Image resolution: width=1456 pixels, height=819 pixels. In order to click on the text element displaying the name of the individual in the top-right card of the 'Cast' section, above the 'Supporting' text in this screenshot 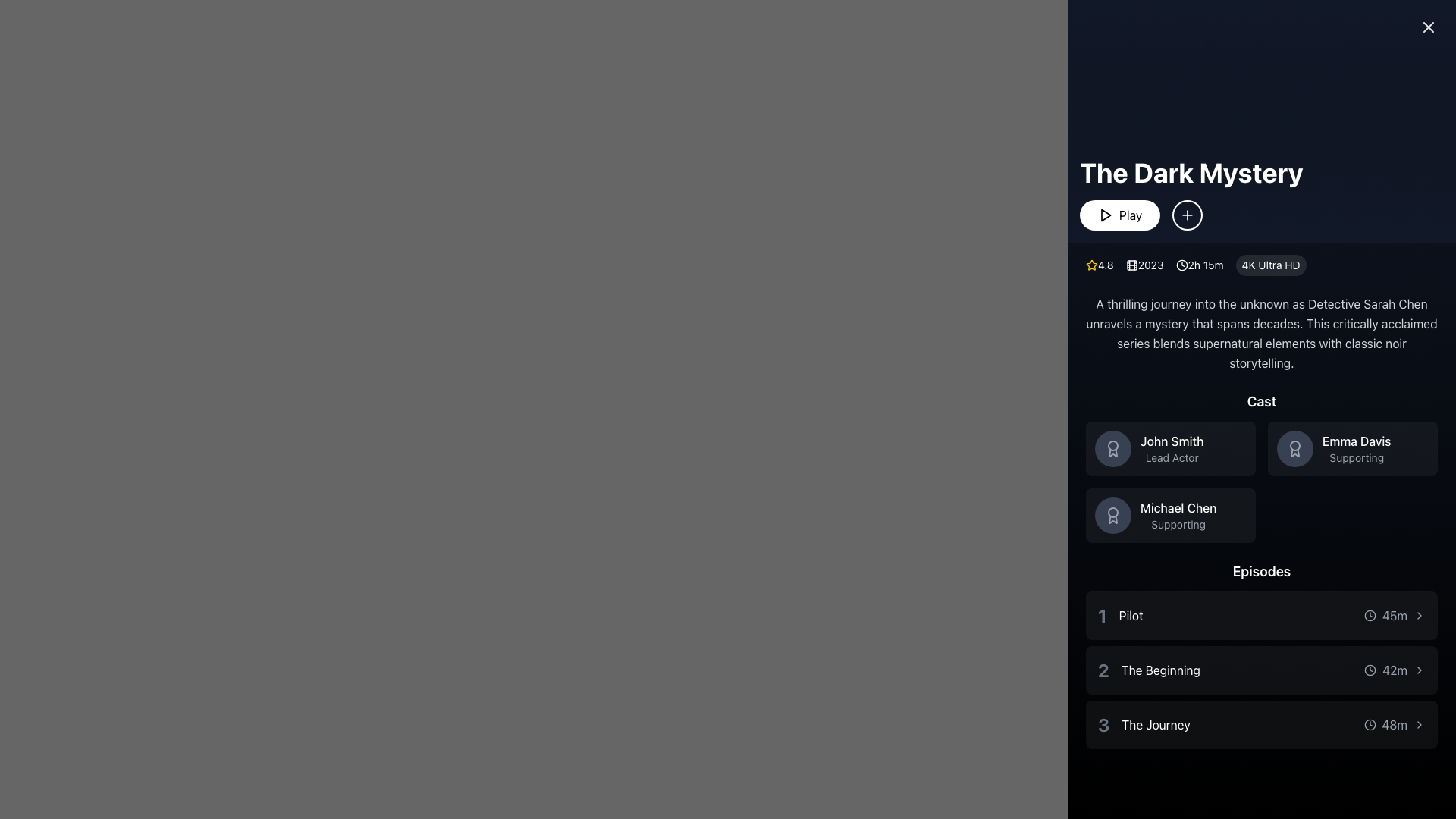, I will do `click(1357, 441)`.